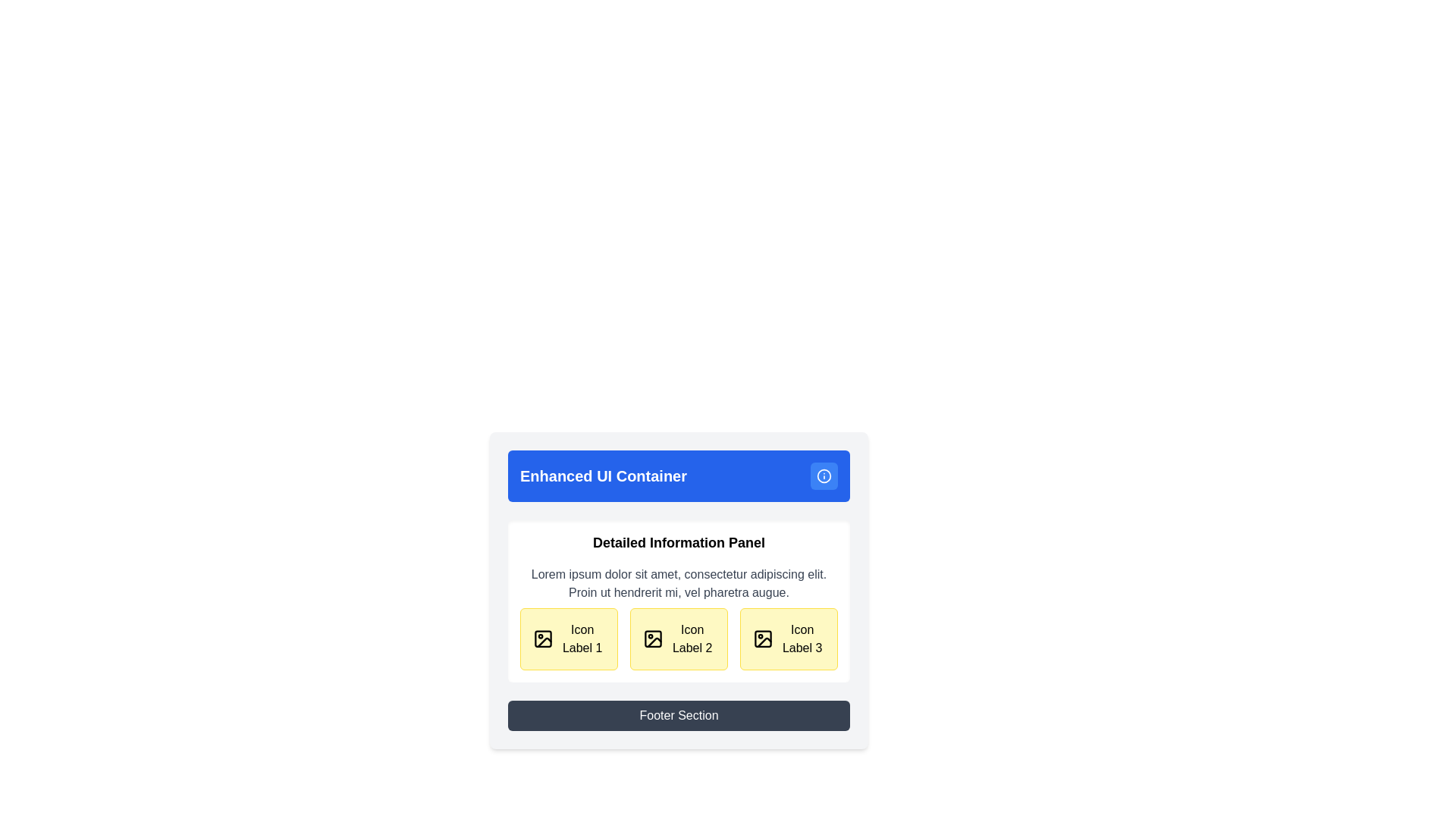 The image size is (1456, 819). I want to click on the first informational card or block, which consists of an icon and a text label, located in the leftmost position of a grid layout containing three similar elements, so click(568, 639).